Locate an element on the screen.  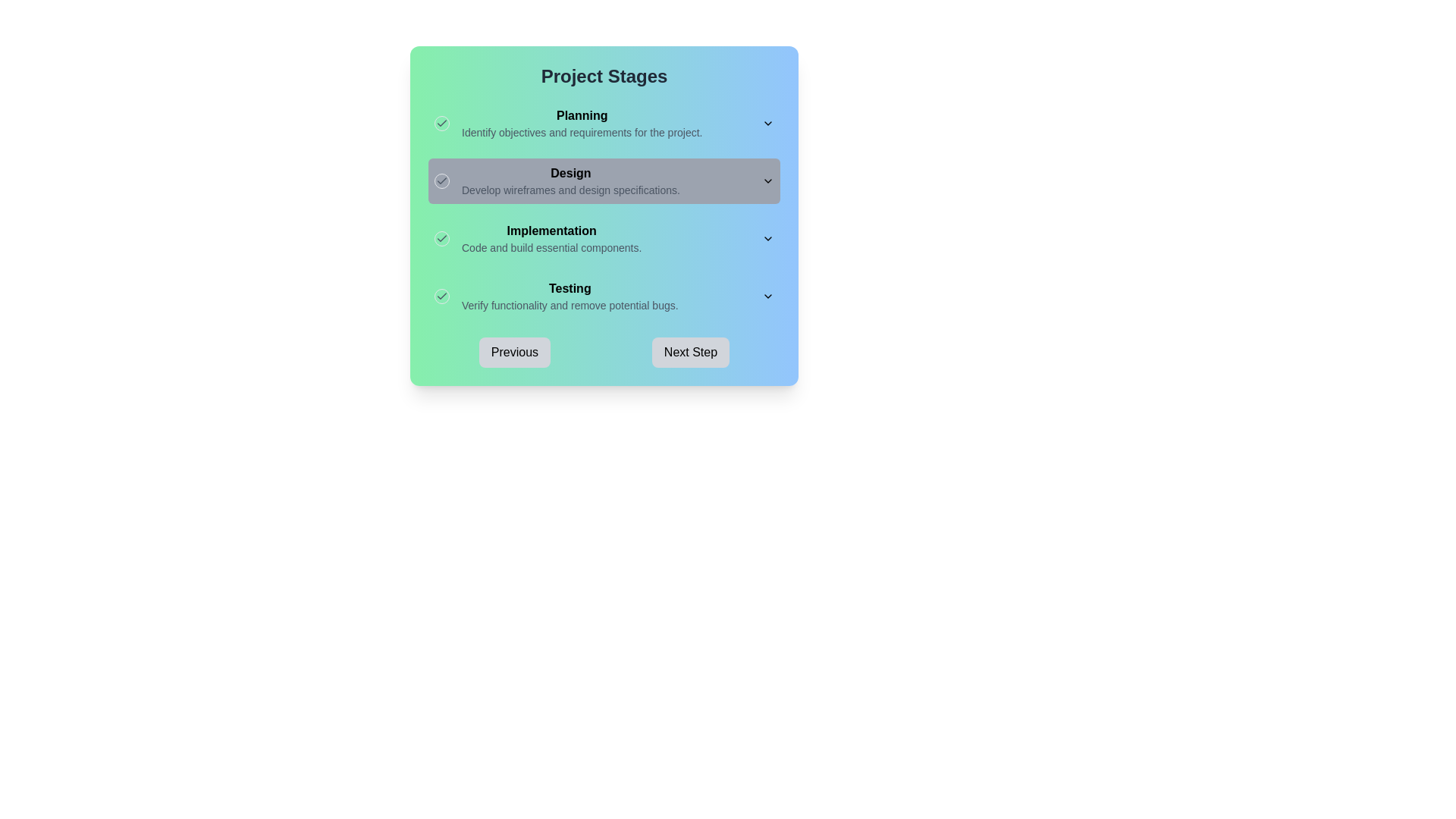
the downward-pointing chevron icon located in the 'Design' section of the 'Project Stages' dialog is located at coordinates (767, 180).